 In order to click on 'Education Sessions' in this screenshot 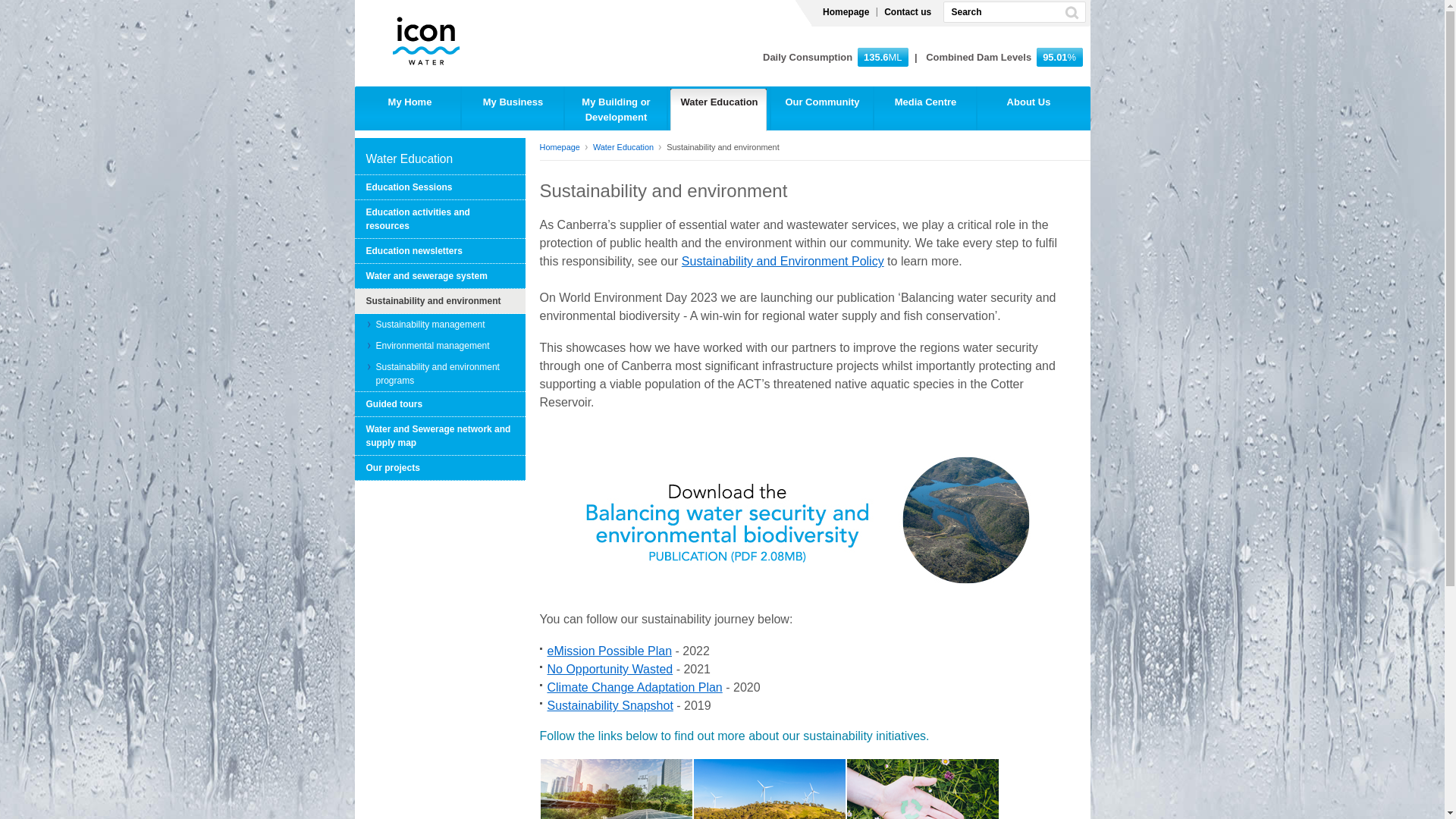, I will do `click(439, 187)`.